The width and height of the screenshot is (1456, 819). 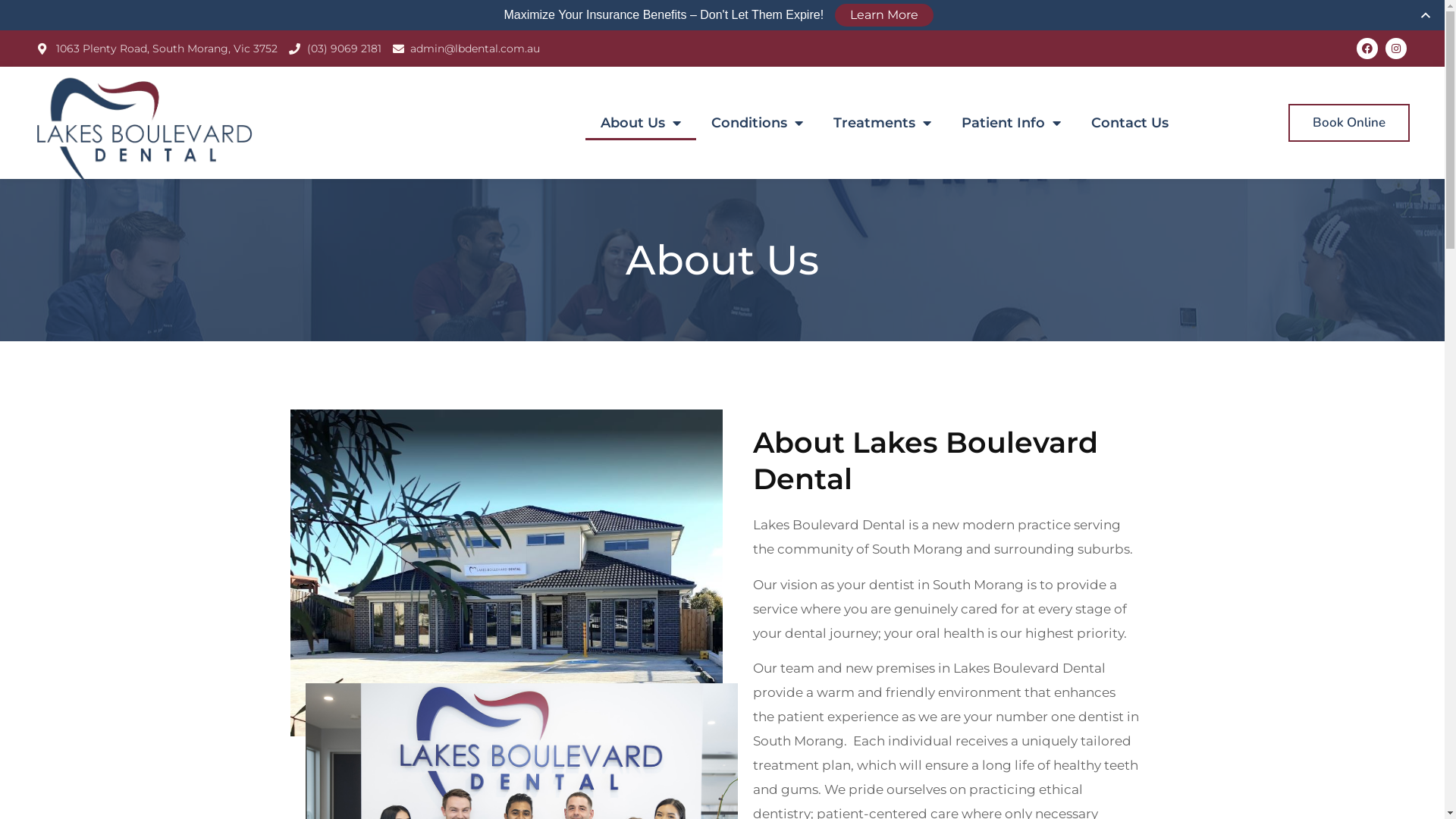 I want to click on 'Conditions', so click(x=757, y=122).